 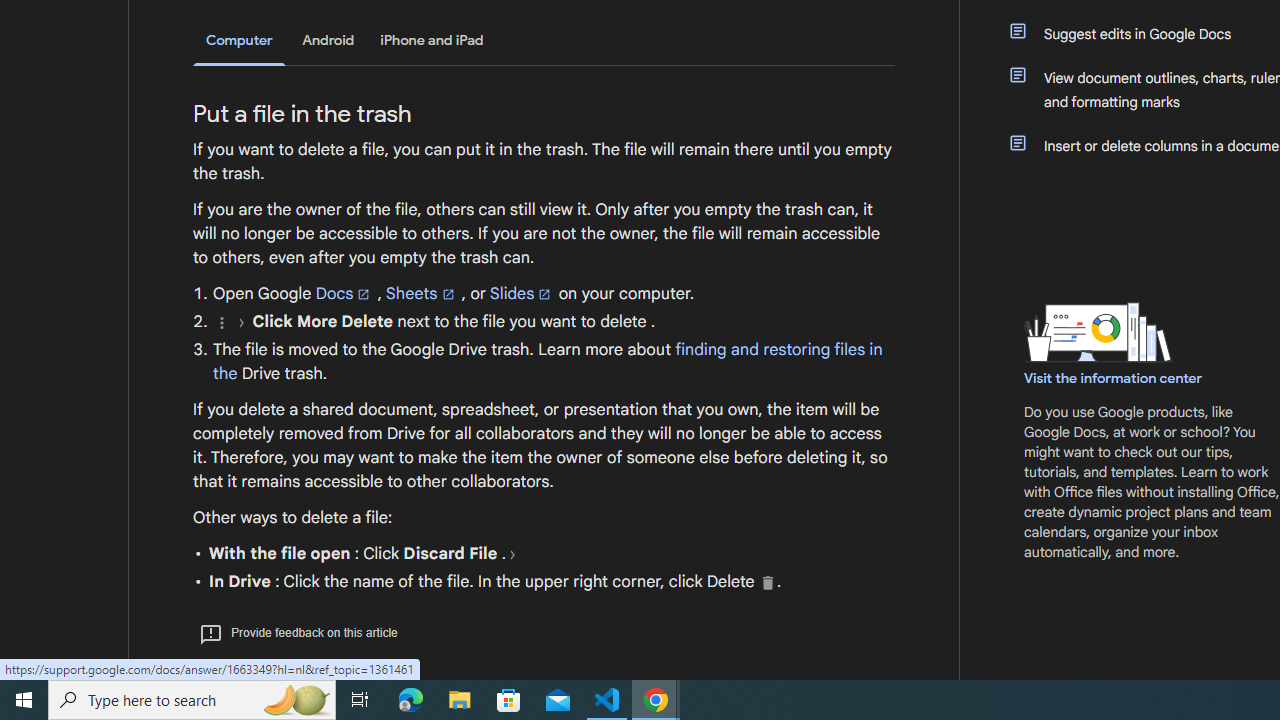 What do you see at coordinates (522, 293) in the screenshot?
I see `'Slides'` at bounding box center [522, 293].